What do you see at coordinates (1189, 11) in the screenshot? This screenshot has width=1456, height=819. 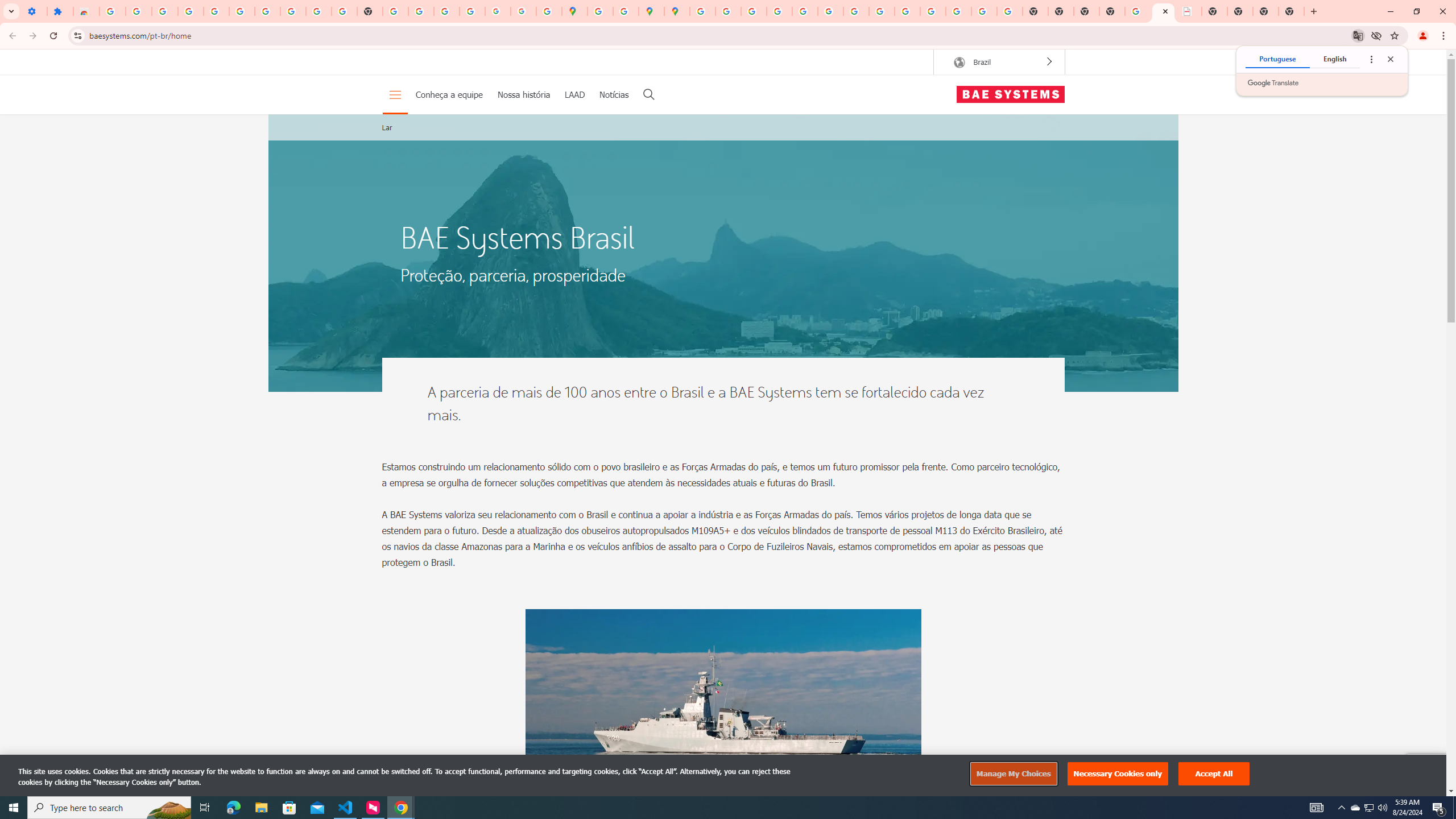 I see `'BAE Systems Brasil | BAE Systems'` at bounding box center [1189, 11].